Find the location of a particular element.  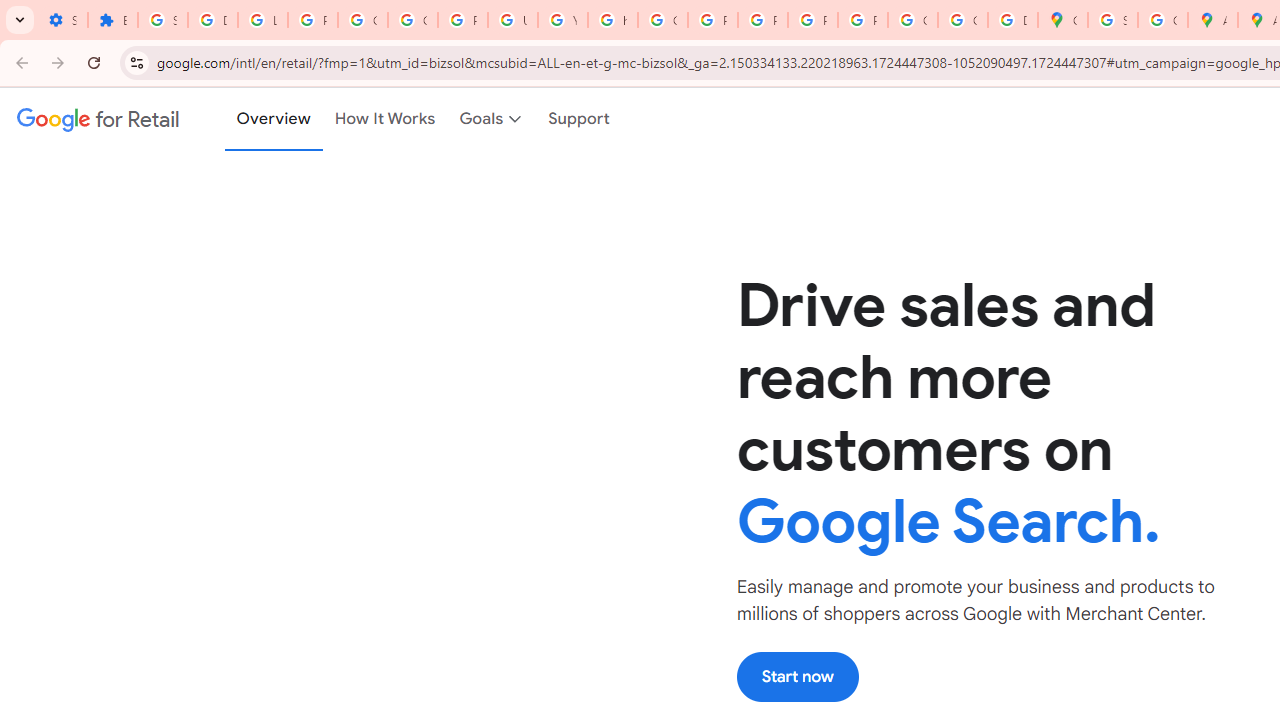

'Support' is located at coordinates (578, 119).